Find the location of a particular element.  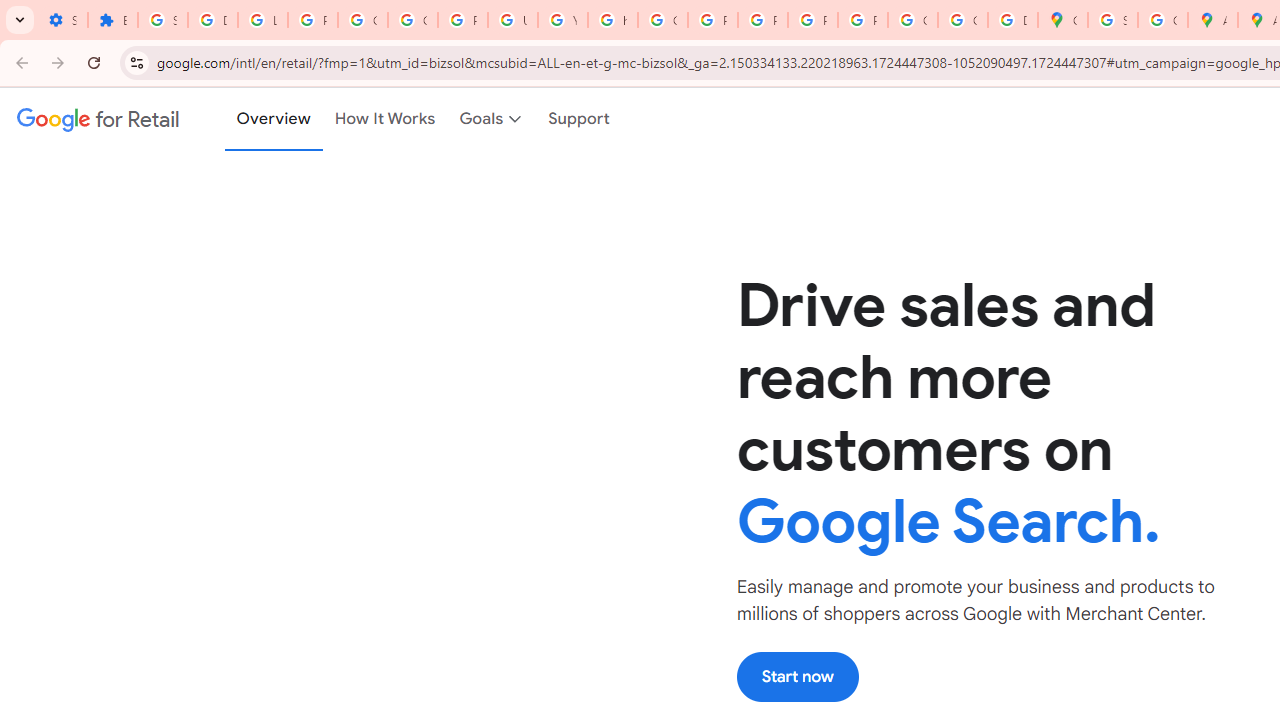

'Support' is located at coordinates (578, 119).